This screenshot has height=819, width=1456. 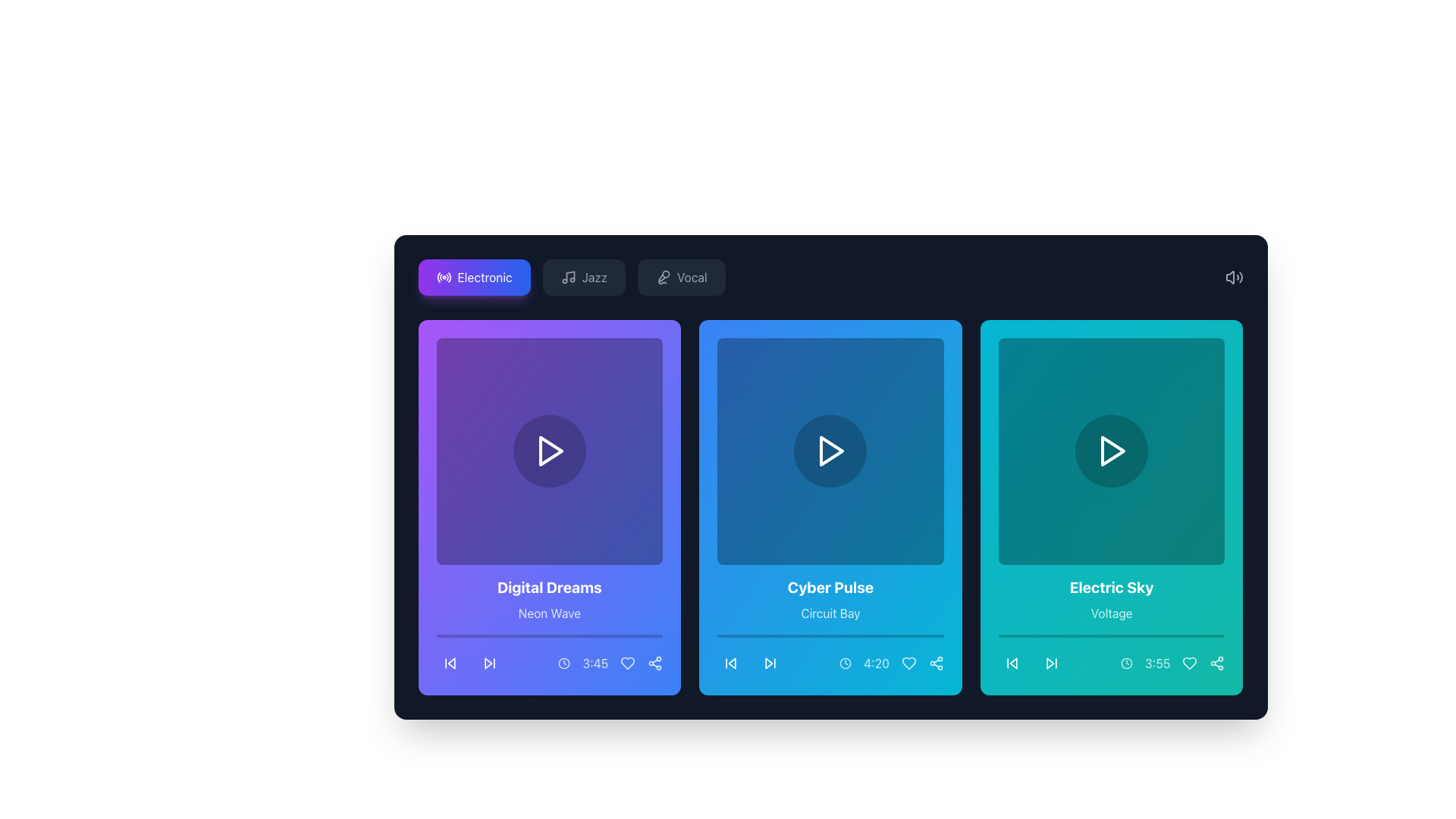 I want to click on progress bar located below the 'Electric Sky' album track card, which is black in color and centered under the subtitle 'Voltage.', so click(x=1112, y=635).